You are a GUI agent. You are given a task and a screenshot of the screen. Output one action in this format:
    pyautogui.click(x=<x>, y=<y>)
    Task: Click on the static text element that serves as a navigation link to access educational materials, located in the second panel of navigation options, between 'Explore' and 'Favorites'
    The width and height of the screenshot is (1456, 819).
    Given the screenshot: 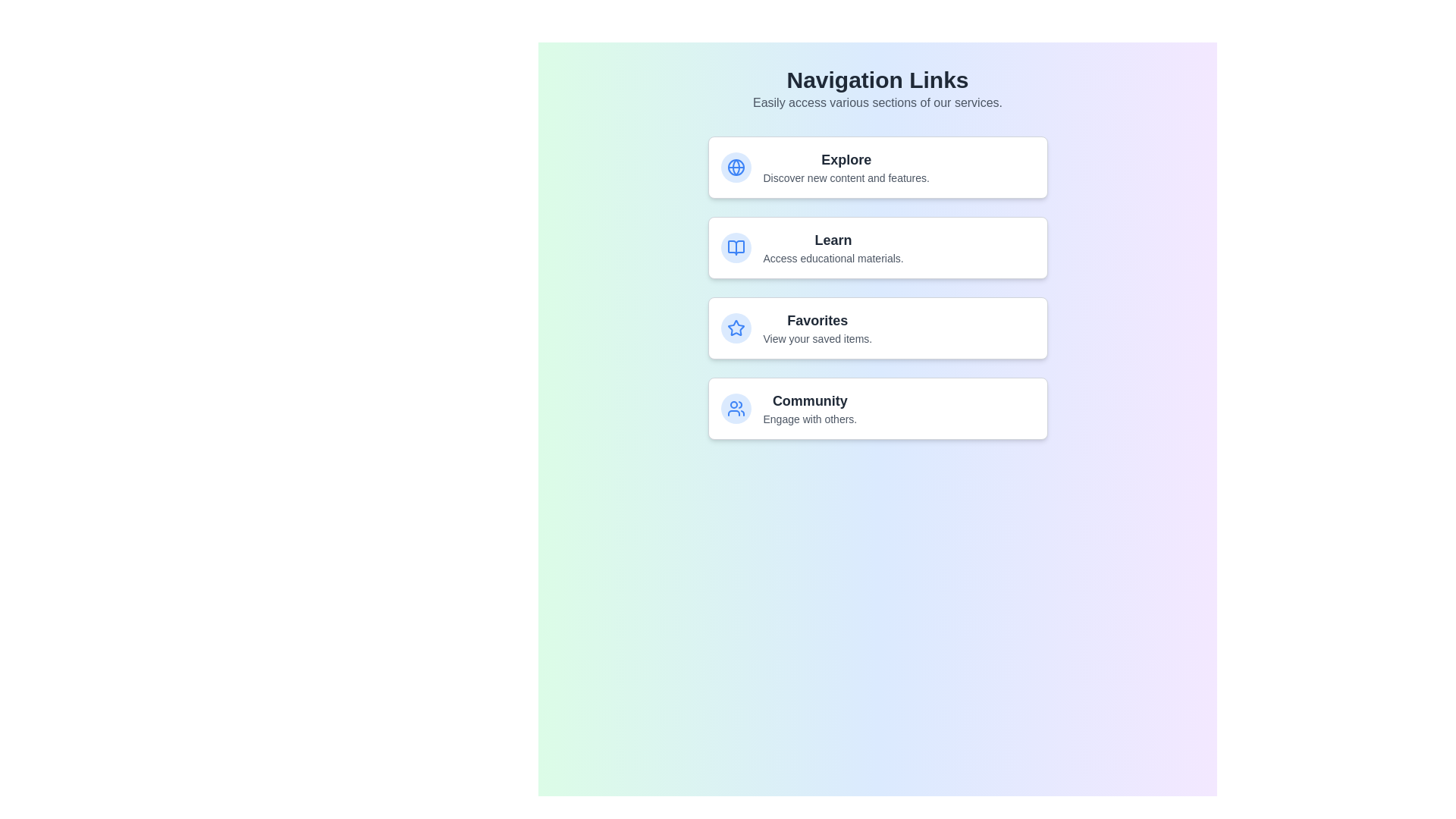 What is the action you would take?
    pyautogui.click(x=833, y=247)
    